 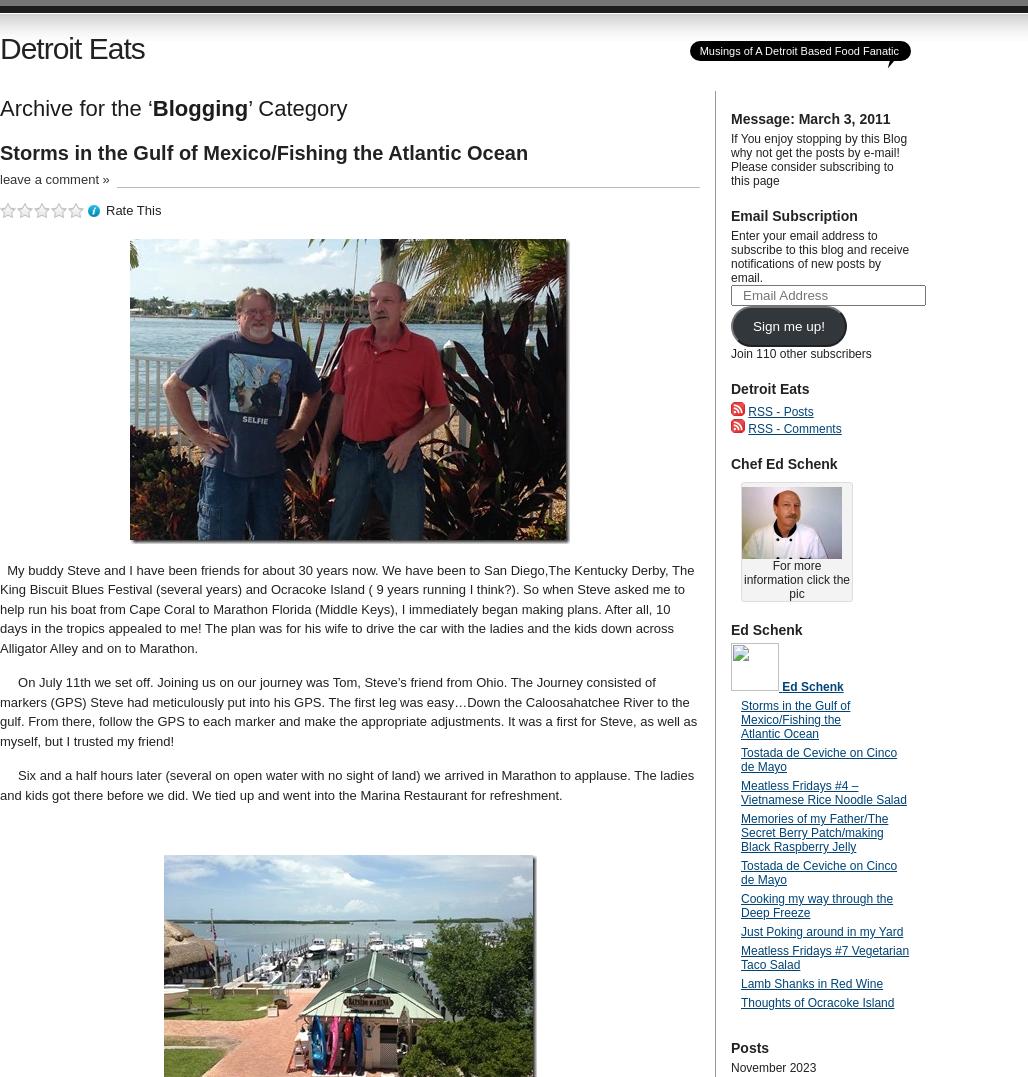 What do you see at coordinates (133, 210) in the screenshot?
I see `'Rate This'` at bounding box center [133, 210].